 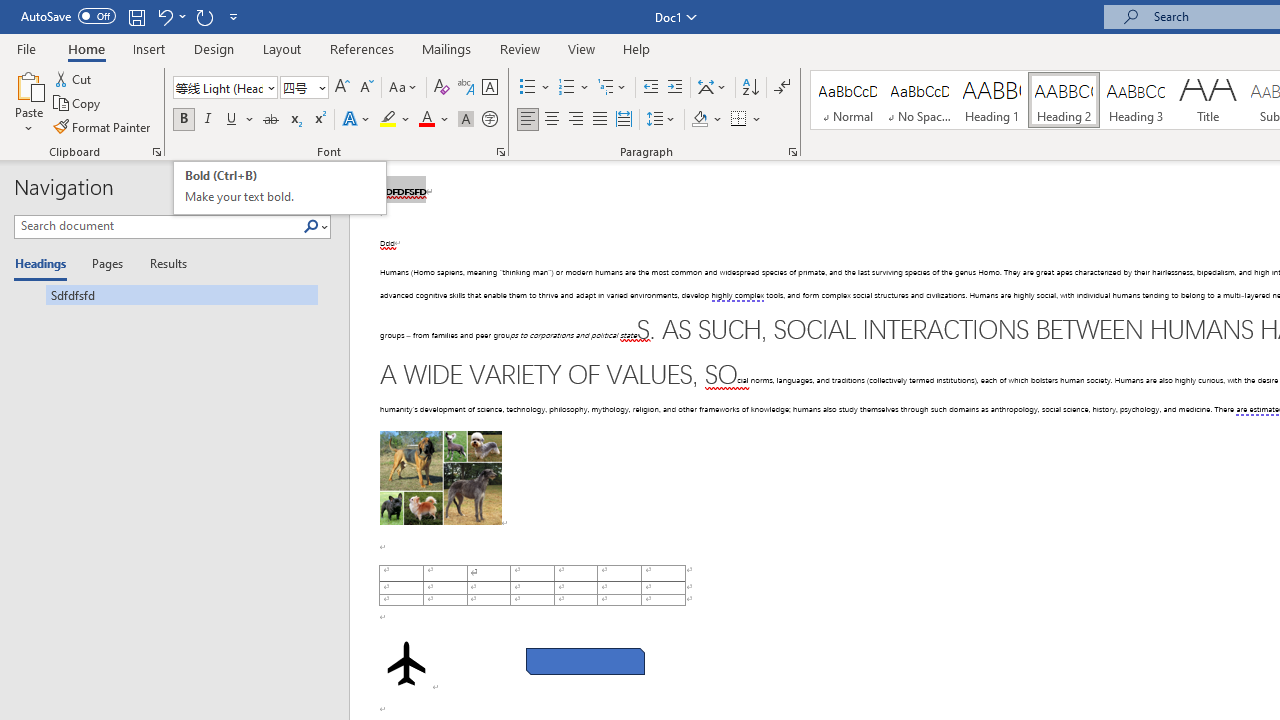 I want to click on 'Text Highlight Color Yellow', so click(x=388, y=119).